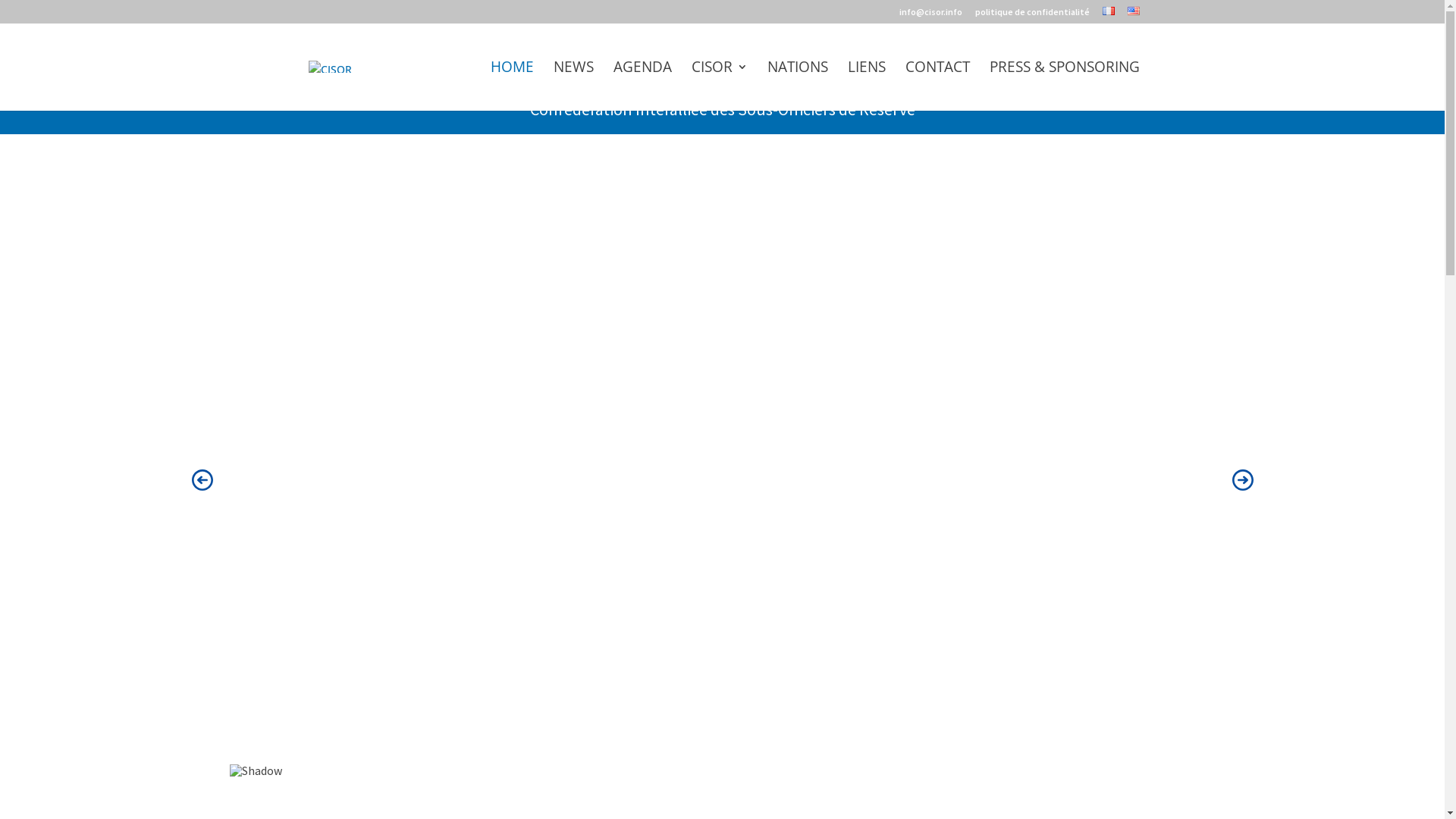 The width and height of the screenshot is (1456, 819). What do you see at coordinates (905, 86) in the screenshot?
I see `'CONTACT'` at bounding box center [905, 86].